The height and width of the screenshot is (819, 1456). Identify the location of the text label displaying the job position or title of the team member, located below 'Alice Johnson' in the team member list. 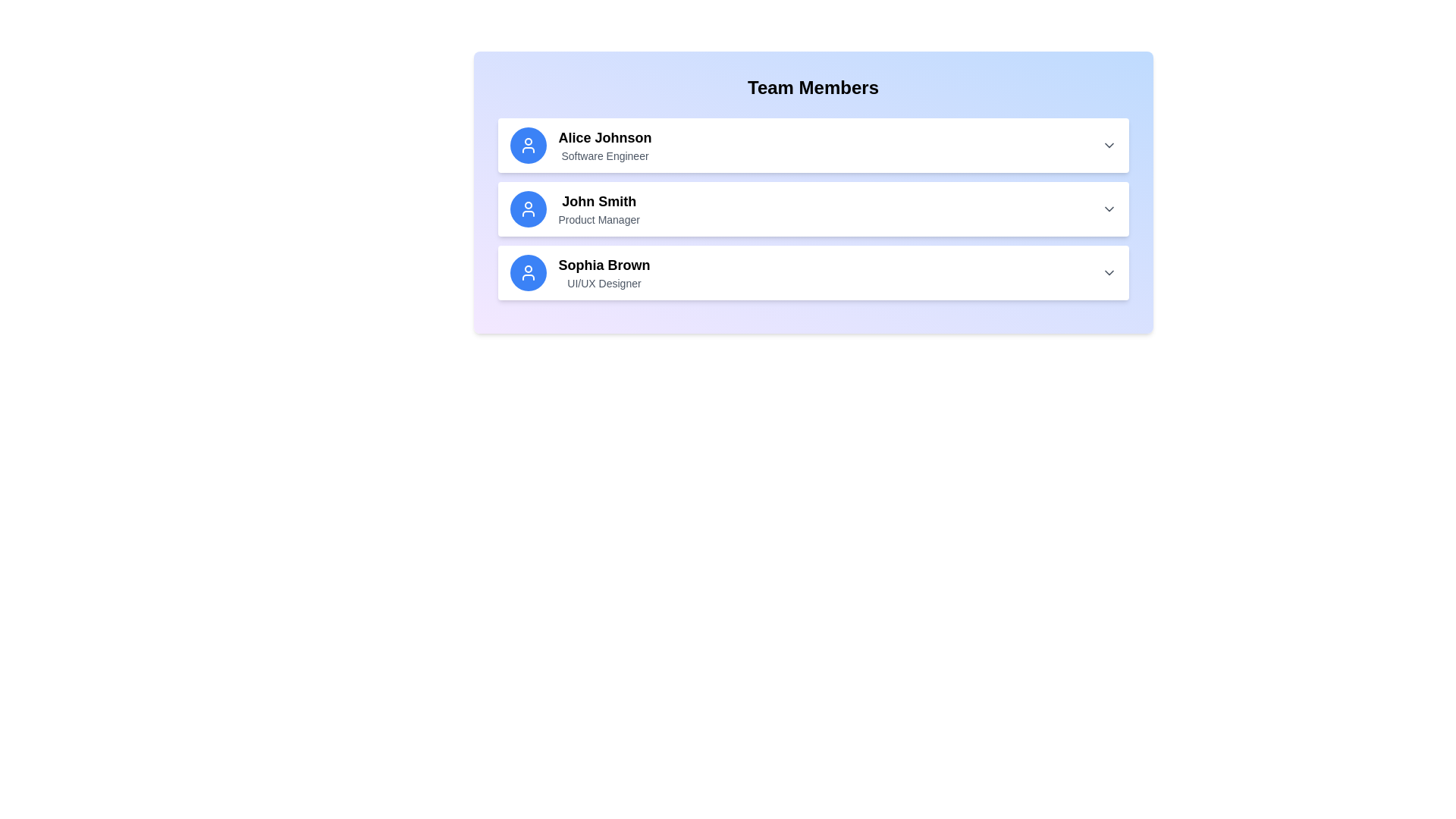
(604, 155).